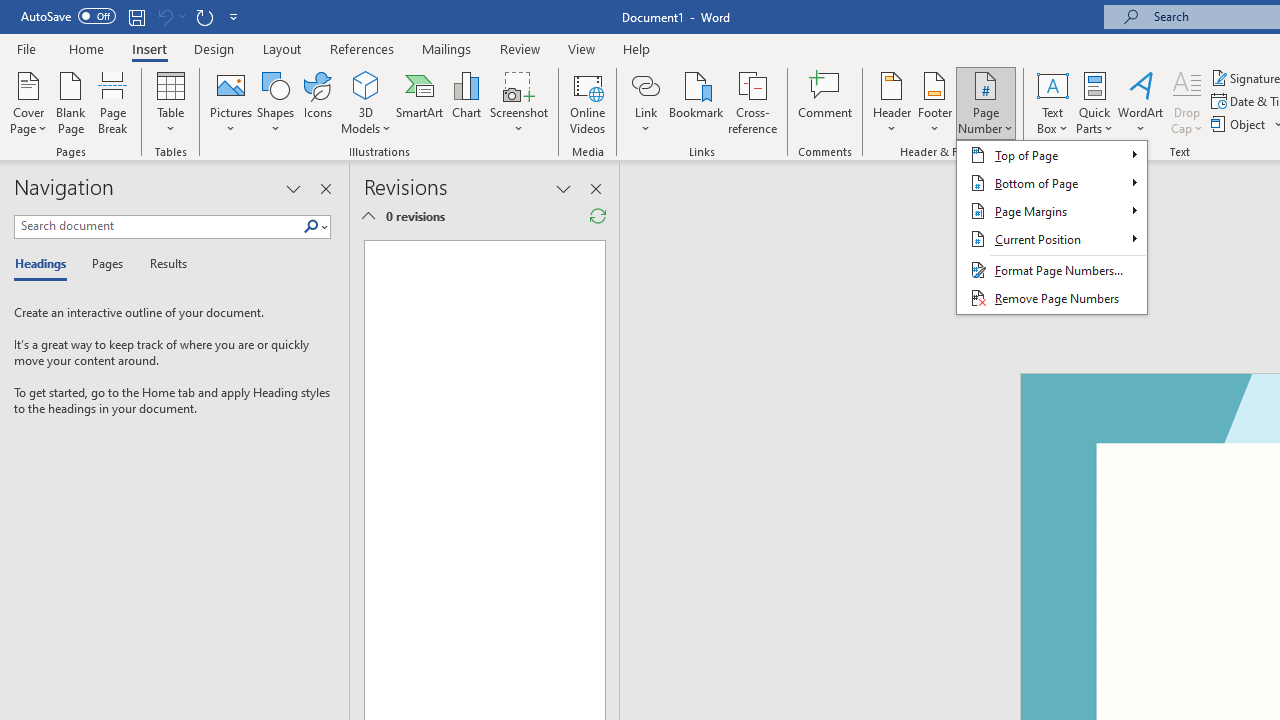 Image resolution: width=1280 pixels, height=720 pixels. Describe the element at coordinates (164, 16) in the screenshot. I see `'Can'` at that location.